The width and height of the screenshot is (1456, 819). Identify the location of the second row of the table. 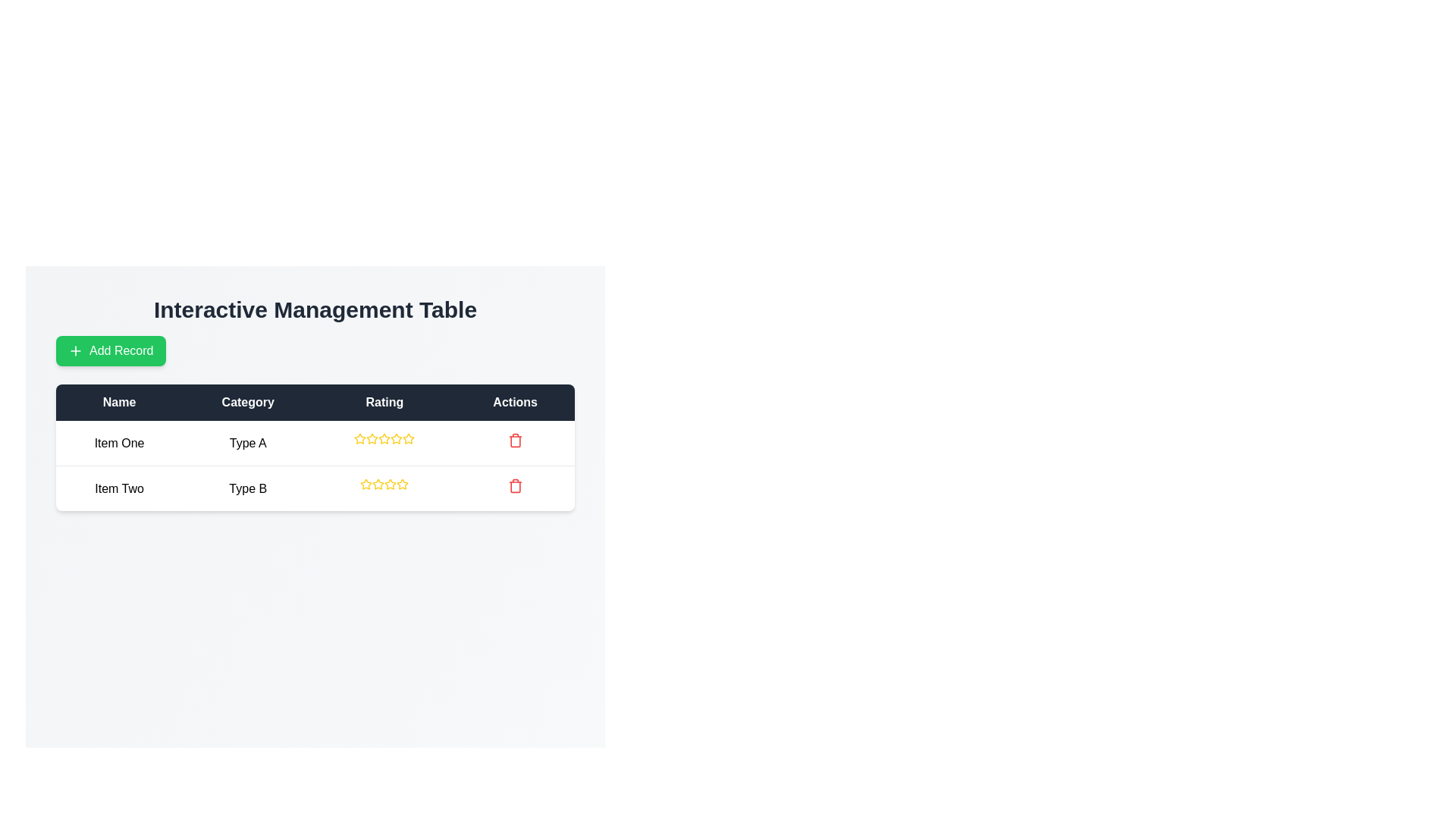
(315, 488).